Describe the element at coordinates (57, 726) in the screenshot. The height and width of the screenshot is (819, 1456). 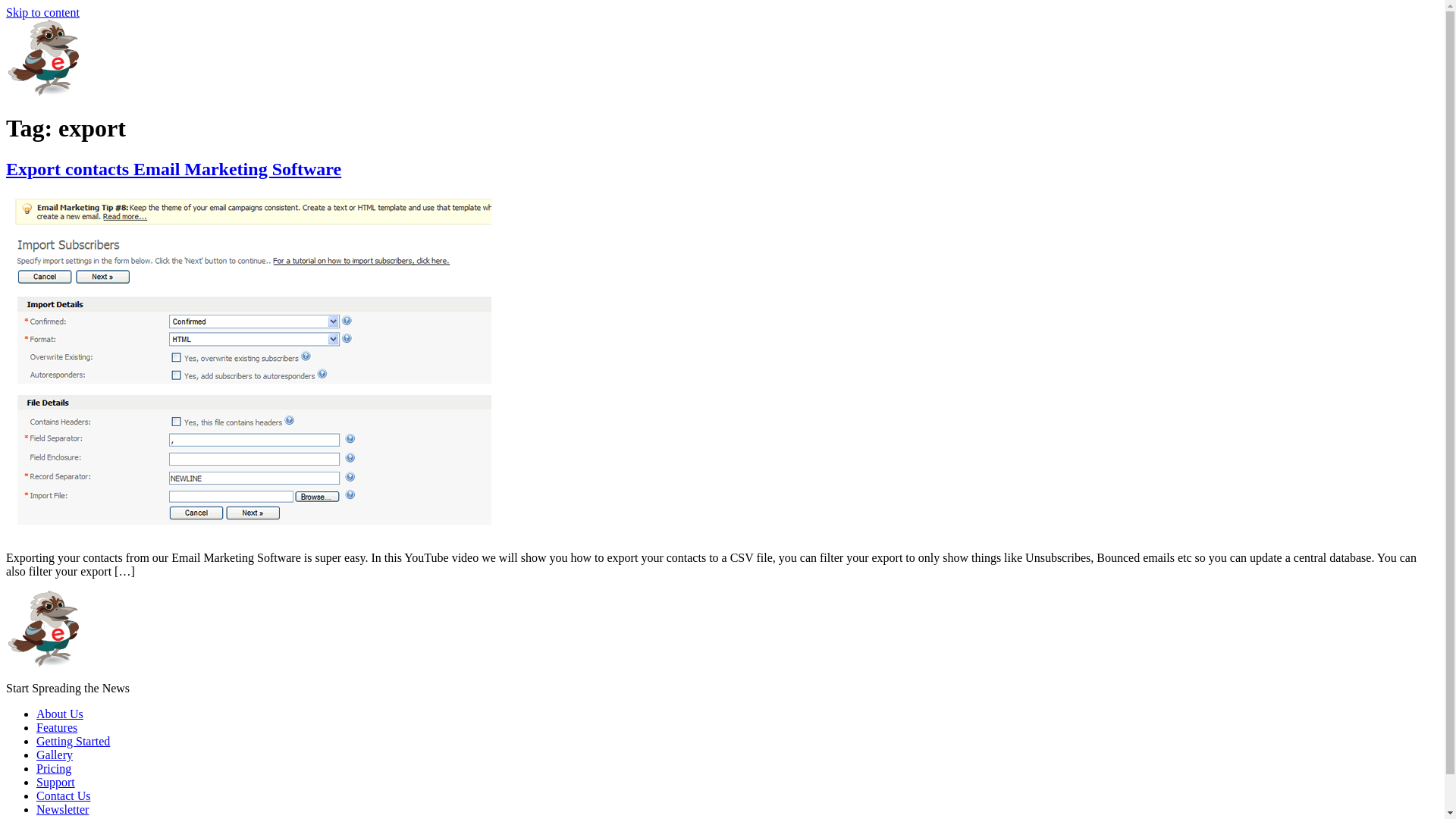
I see `'Features'` at that location.